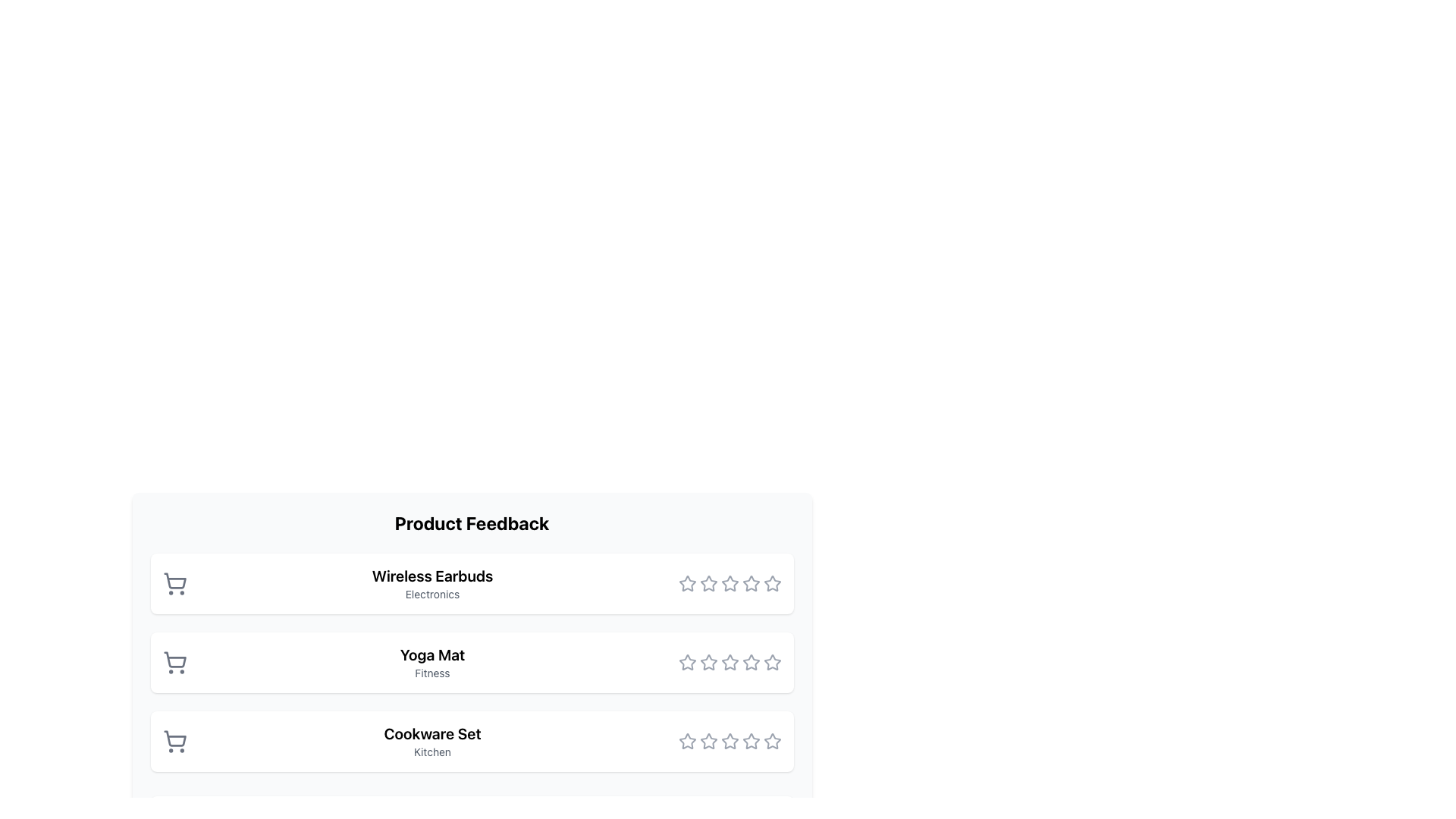 The width and height of the screenshot is (1456, 819). What do you see at coordinates (686, 661) in the screenshot?
I see `the first star icon in the rating group on the right side of the 'Yoga Mat' row` at bounding box center [686, 661].